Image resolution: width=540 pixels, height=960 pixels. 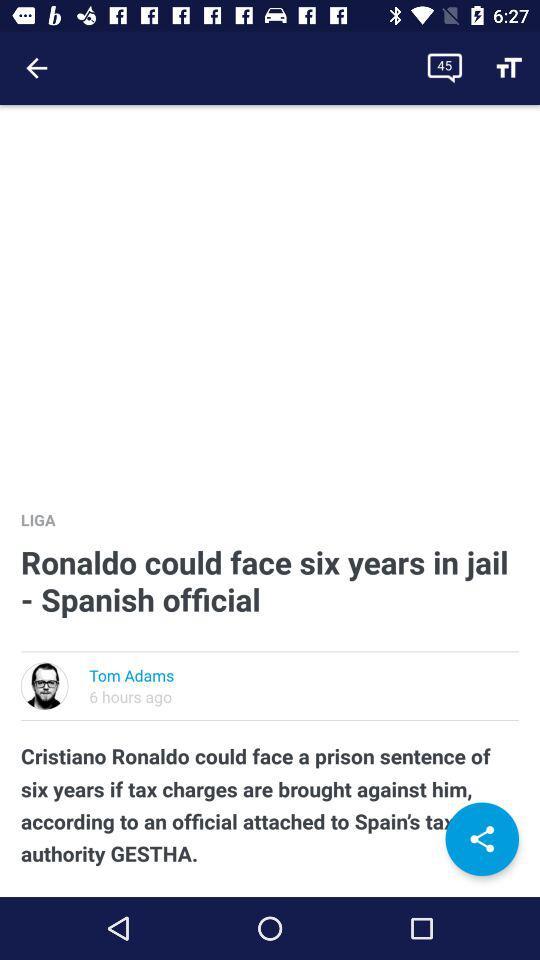 I want to click on the share icon, so click(x=481, y=839).